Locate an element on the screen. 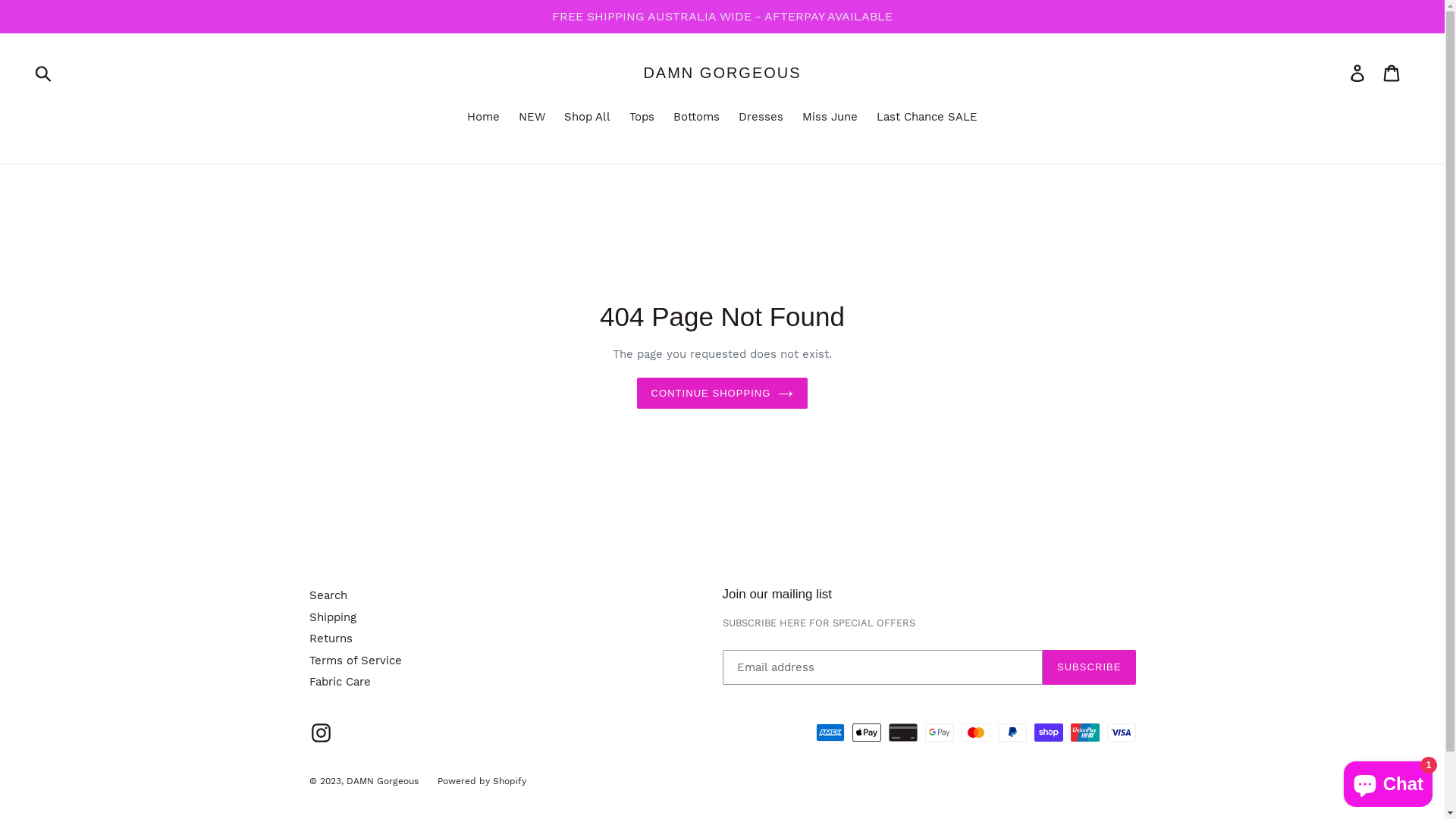 This screenshot has height=819, width=1456. 'Fabric Care' is located at coordinates (309, 680).